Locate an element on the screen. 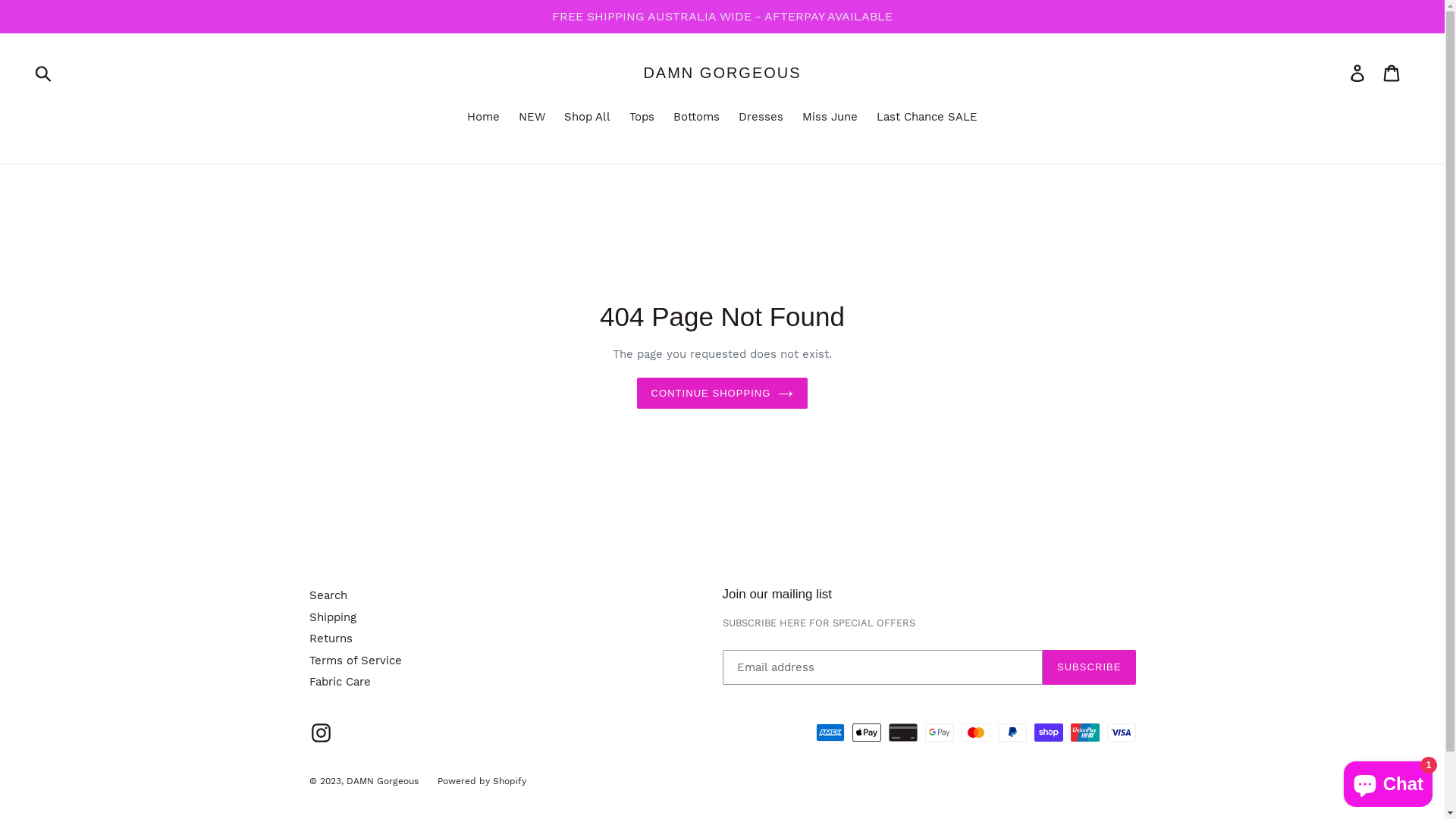 This screenshot has height=819, width=1456. 'Fabric Care' is located at coordinates (309, 680).